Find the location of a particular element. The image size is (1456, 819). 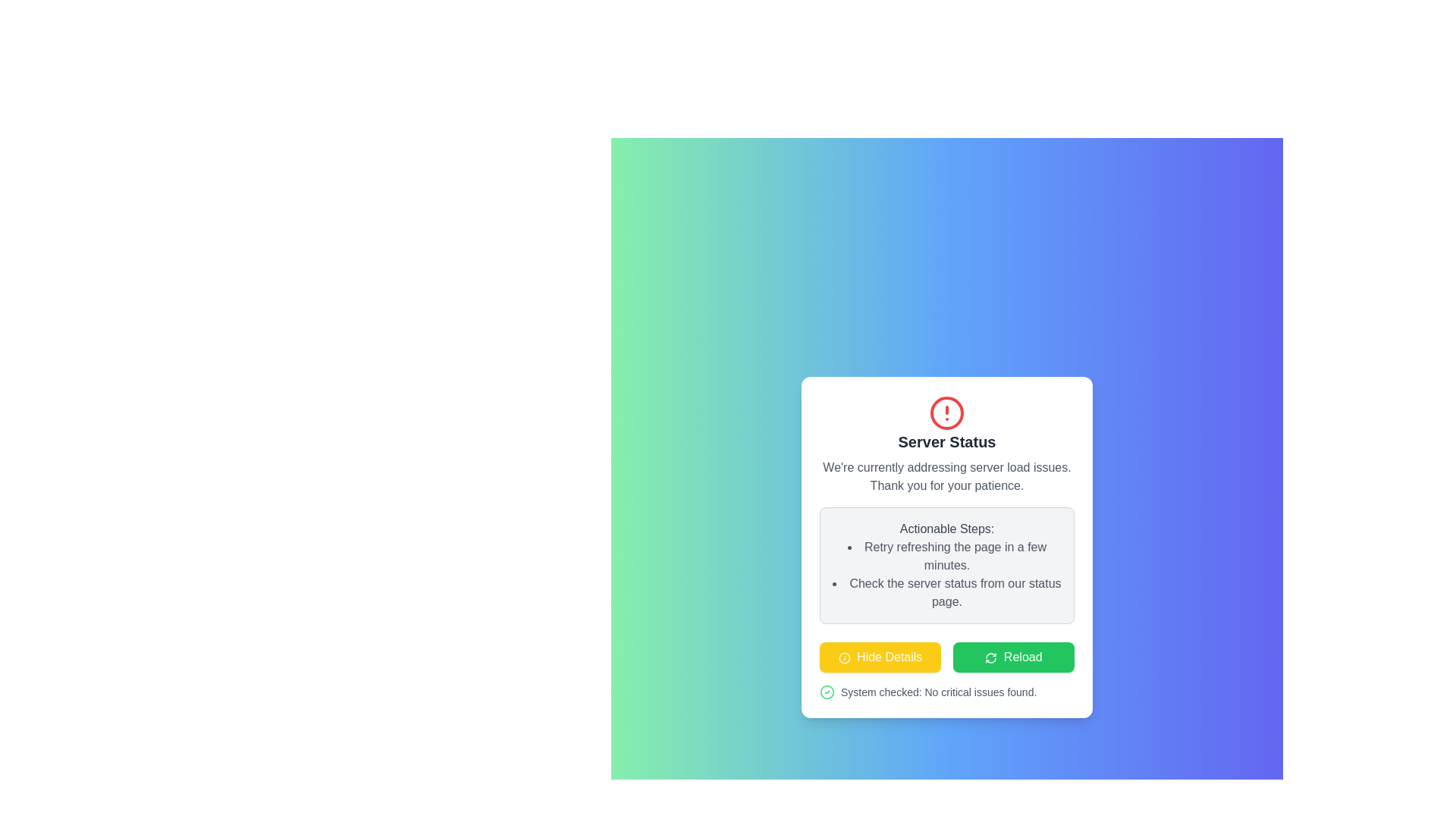

the Text header labeled 'Actionable Steps:' which is displayed in a medium-weight gray font on a light gray background, positioned at the top of a section in a modal window is located at coordinates (946, 529).